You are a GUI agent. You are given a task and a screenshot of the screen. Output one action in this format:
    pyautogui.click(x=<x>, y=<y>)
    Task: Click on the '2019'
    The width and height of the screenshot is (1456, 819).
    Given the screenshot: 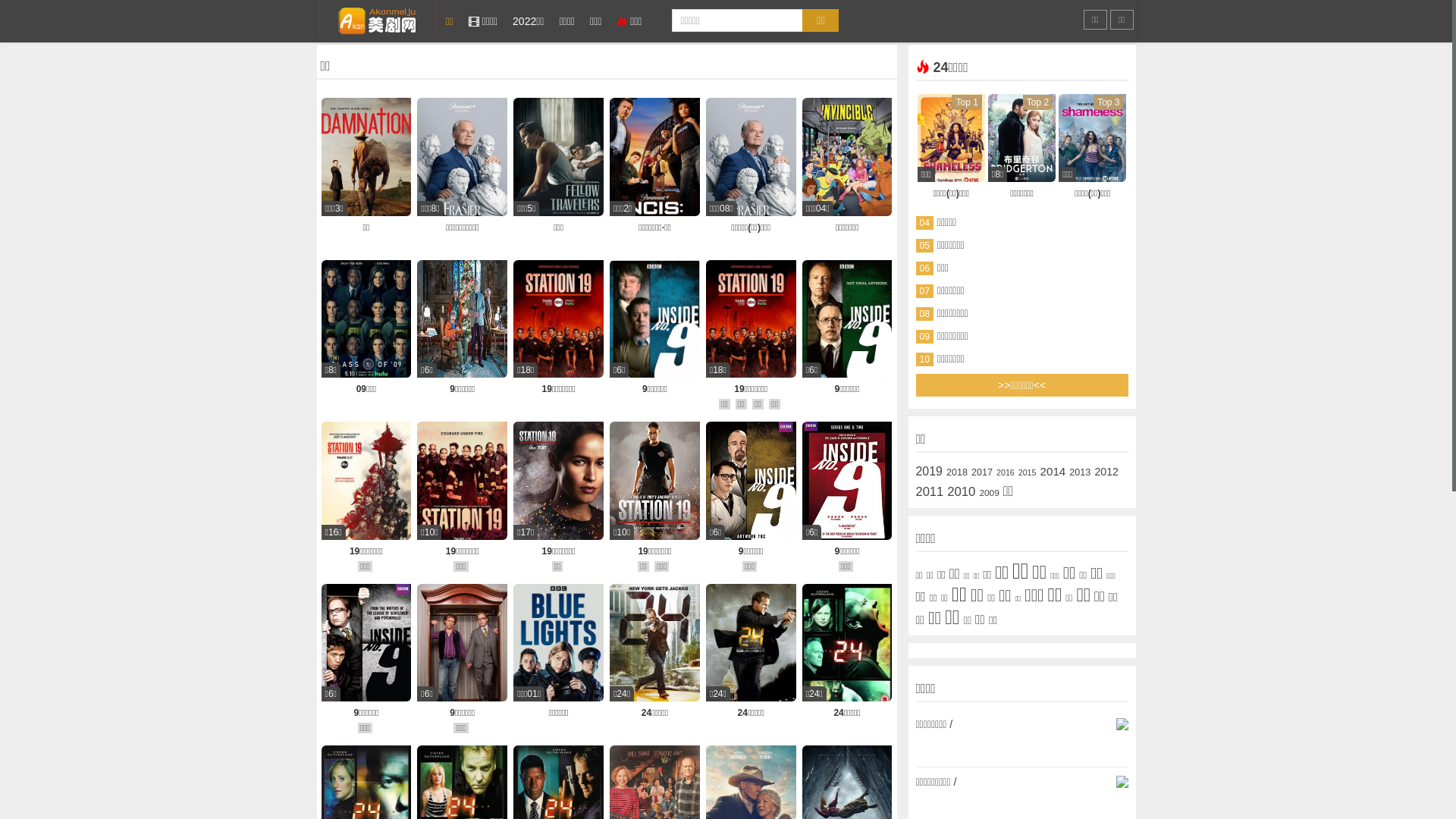 What is the action you would take?
    pyautogui.click(x=928, y=470)
    